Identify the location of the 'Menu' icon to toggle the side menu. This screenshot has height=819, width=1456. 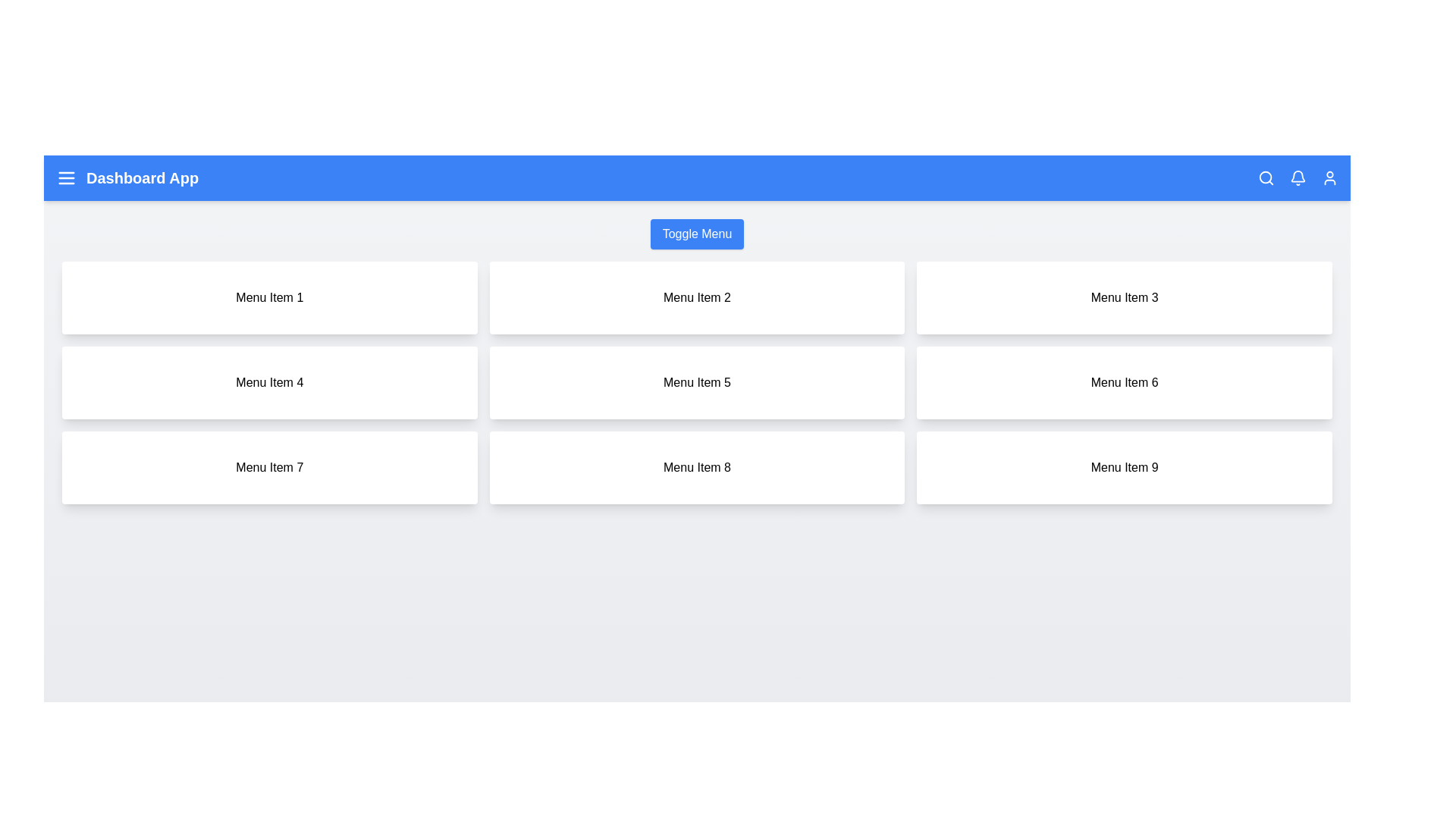
(65, 177).